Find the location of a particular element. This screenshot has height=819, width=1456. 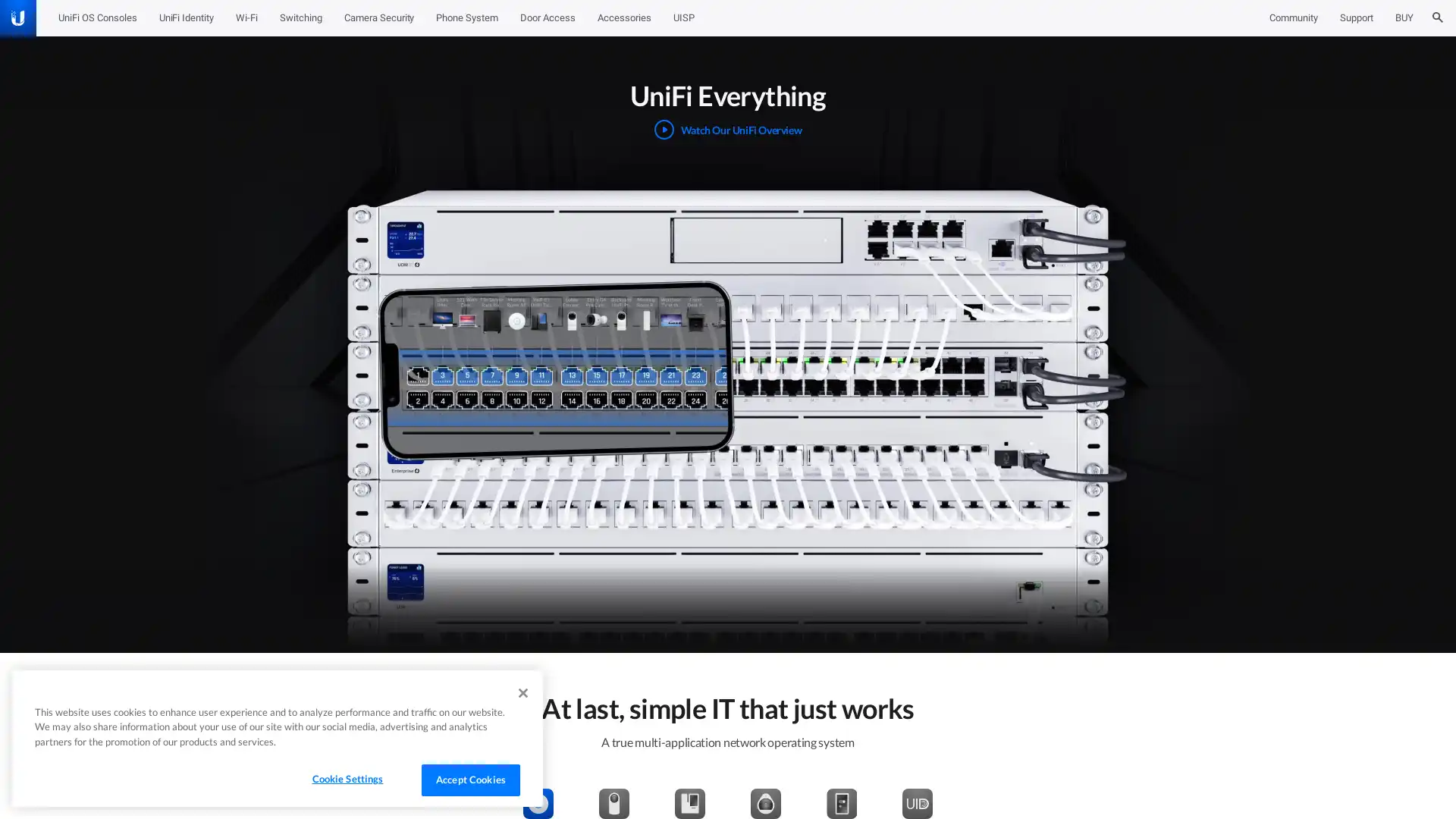

Close is located at coordinates (523, 696).